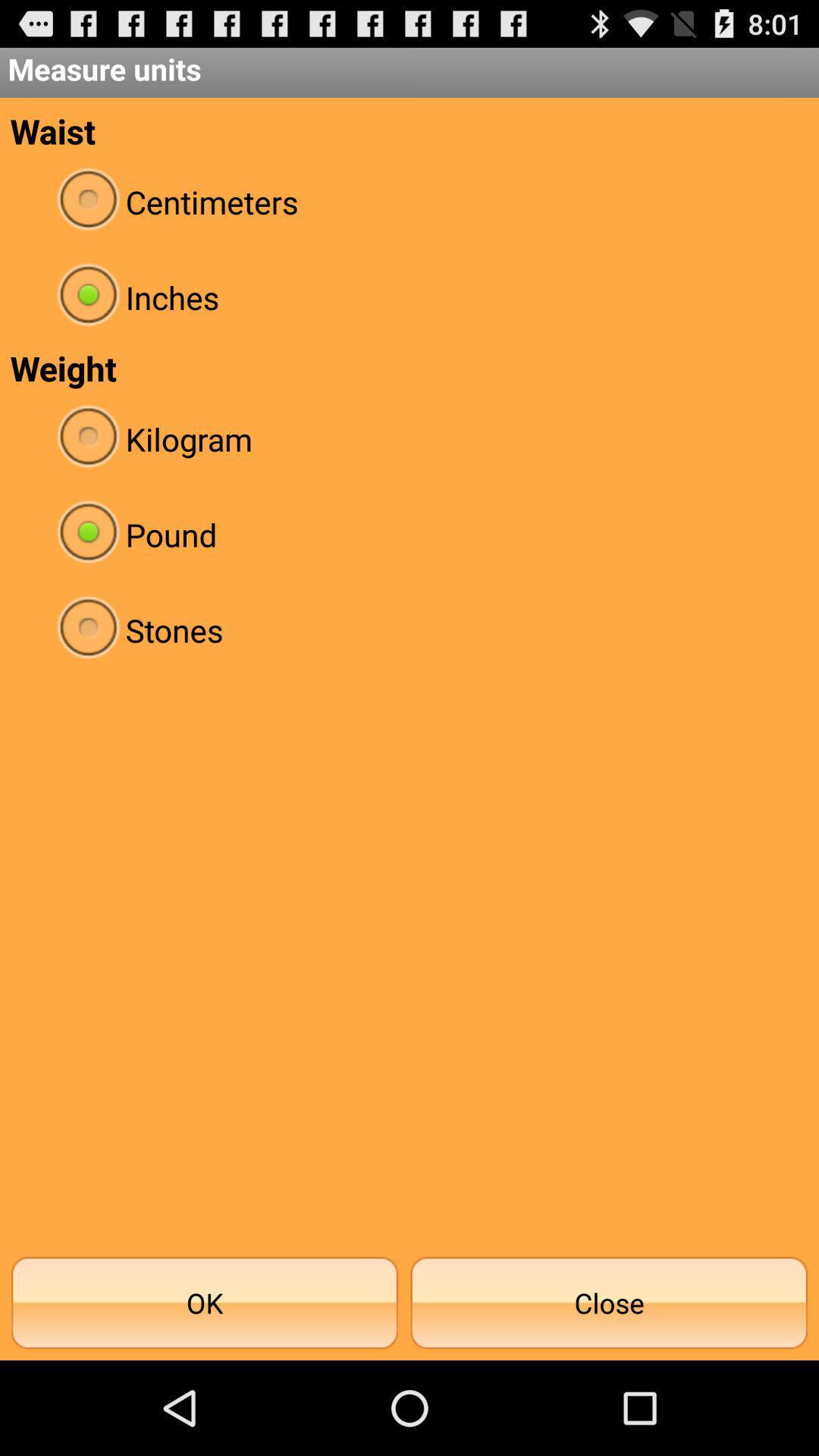 This screenshot has height=1456, width=819. What do you see at coordinates (409, 297) in the screenshot?
I see `app above weight` at bounding box center [409, 297].